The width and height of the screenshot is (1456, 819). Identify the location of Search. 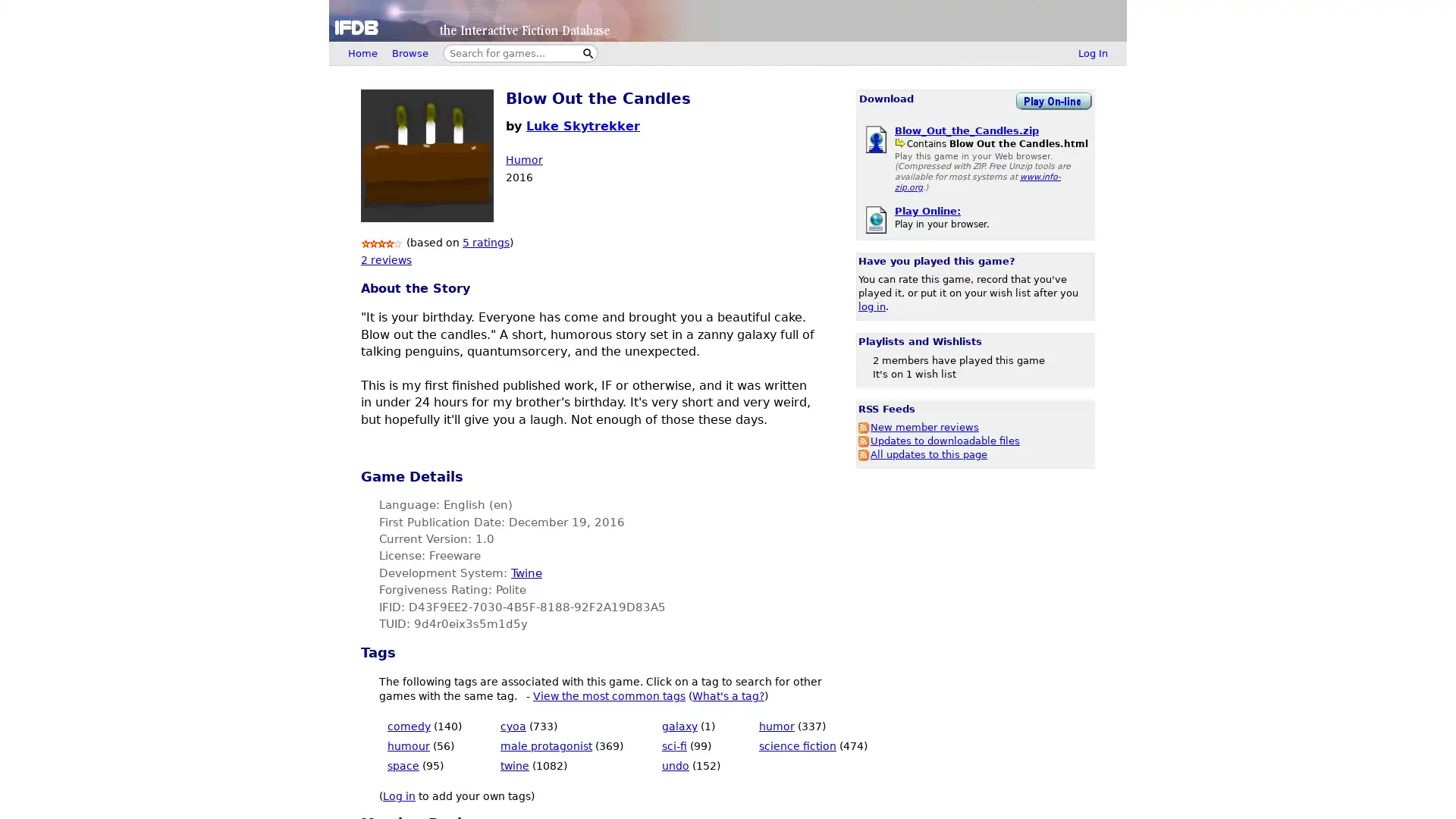
(587, 52).